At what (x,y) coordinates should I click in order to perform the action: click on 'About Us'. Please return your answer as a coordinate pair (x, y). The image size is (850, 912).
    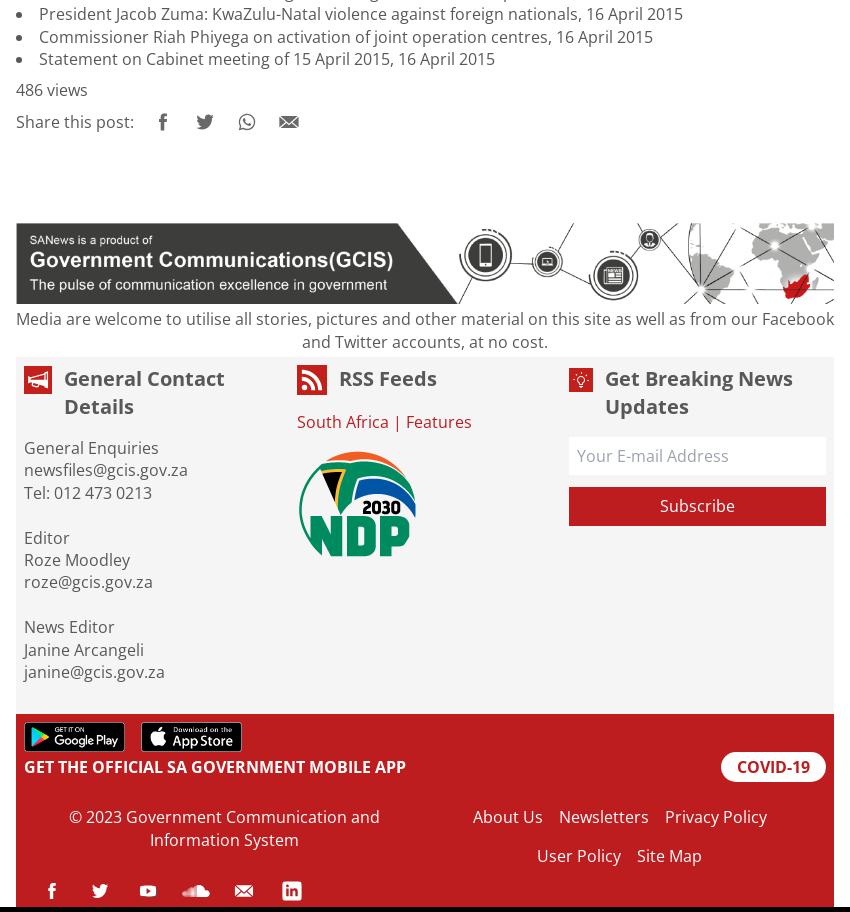
    Looking at the image, I should click on (507, 815).